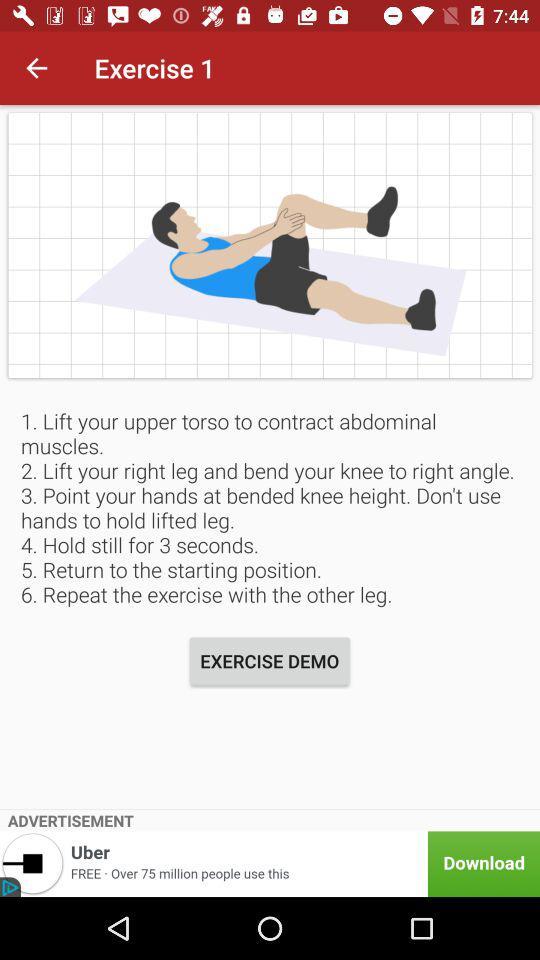 The image size is (540, 960). What do you see at coordinates (36, 68) in the screenshot?
I see `app next to exercise 1 icon` at bounding box center [36, 68].